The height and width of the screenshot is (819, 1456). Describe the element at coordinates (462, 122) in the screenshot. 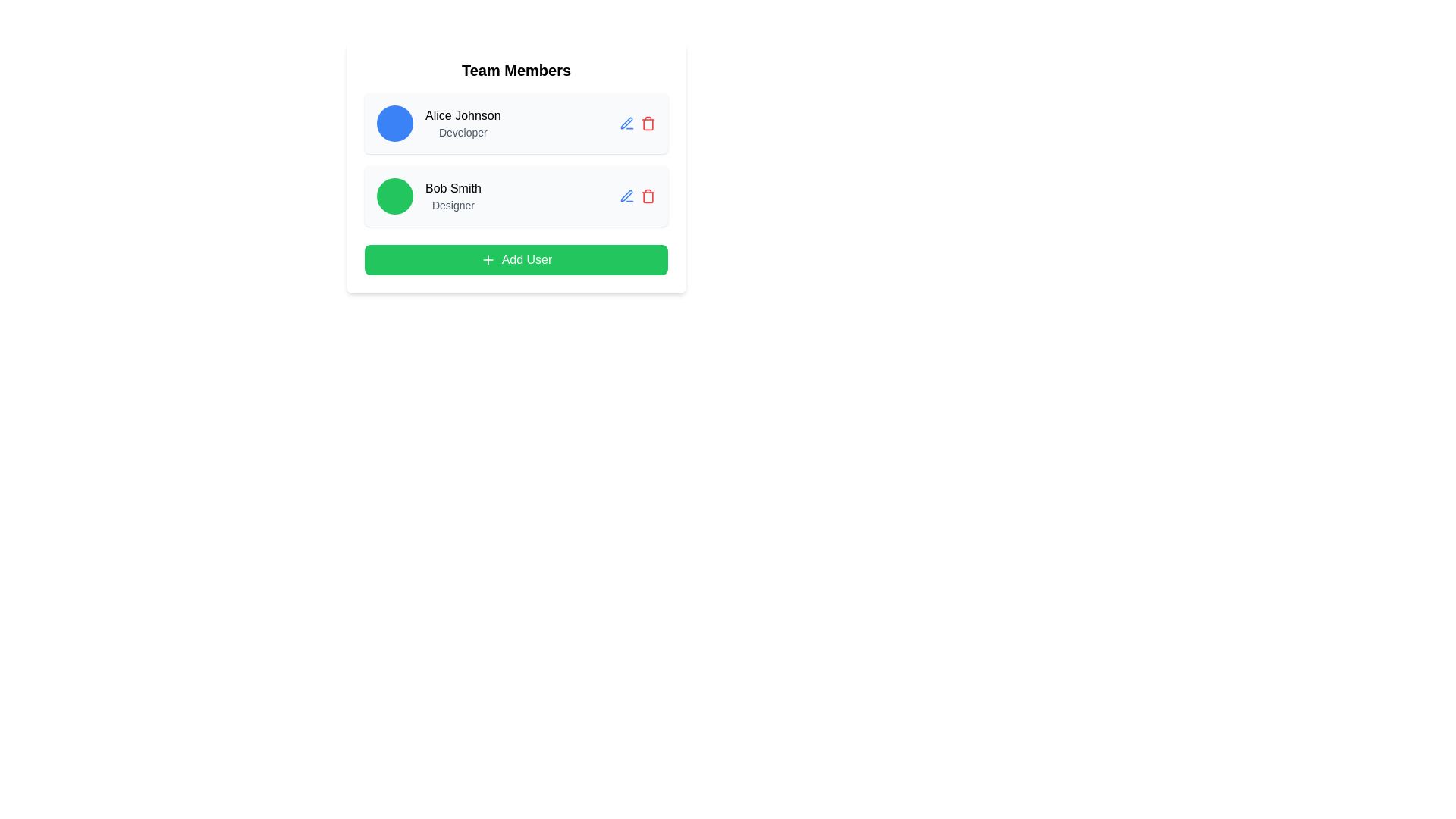

I see `the text label that identifies the role of the first team member listed in the 'Team Members' section, located to the right of a blue circular avatar` at that location.